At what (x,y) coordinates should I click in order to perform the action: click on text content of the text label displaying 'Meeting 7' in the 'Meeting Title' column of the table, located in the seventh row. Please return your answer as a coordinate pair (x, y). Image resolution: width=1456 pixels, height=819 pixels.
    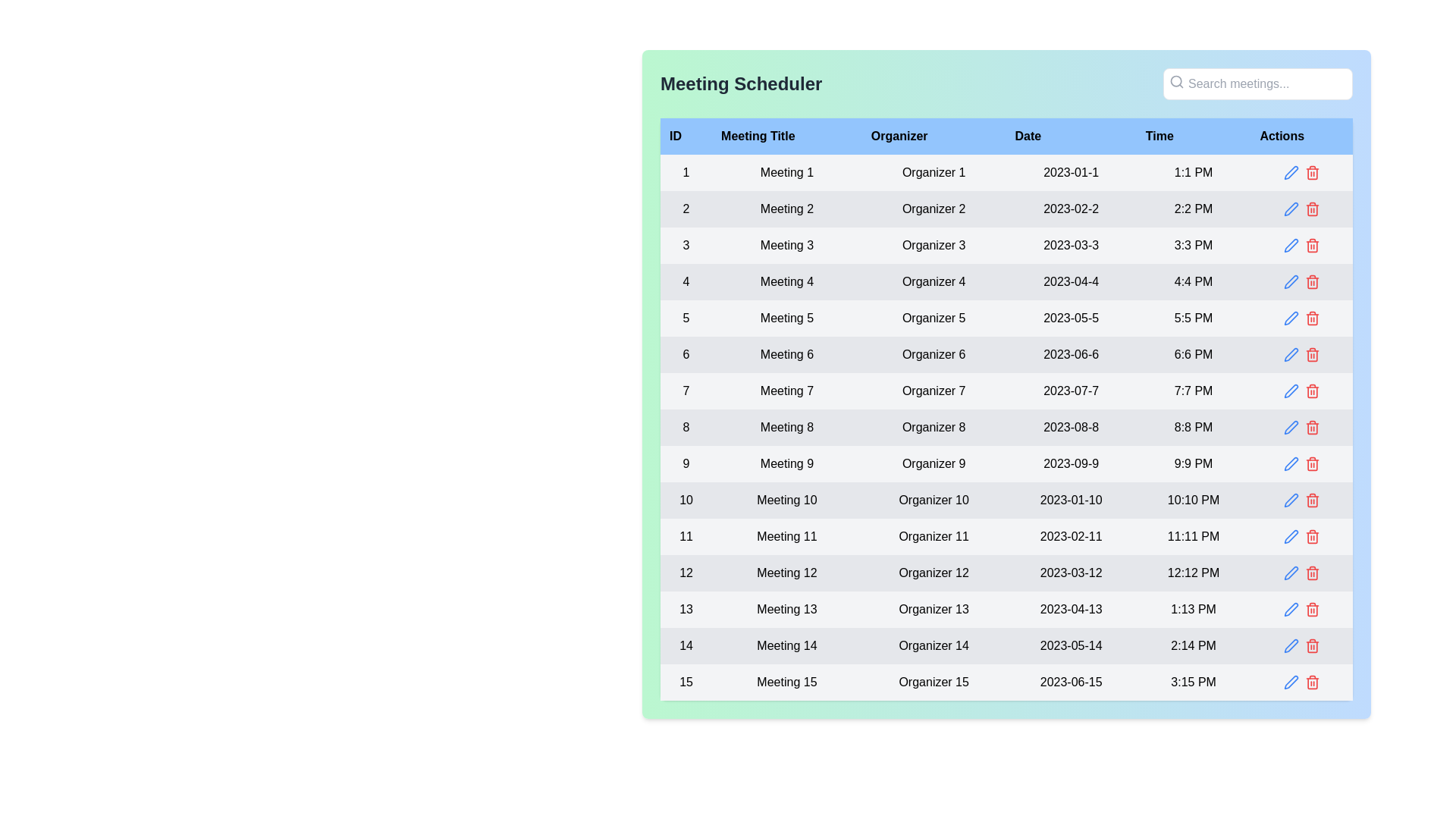
    Looking at the image, I should click on (786, 391).